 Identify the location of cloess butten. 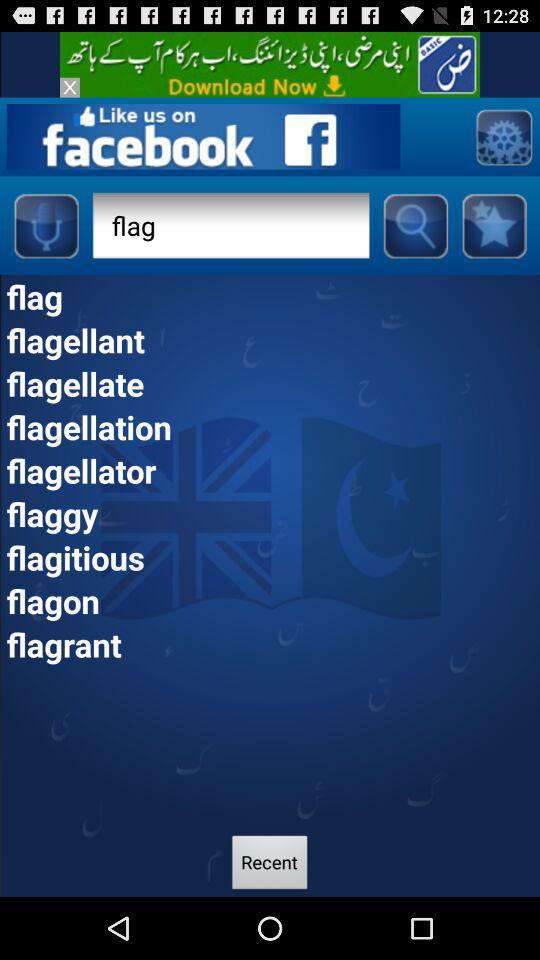
(68, 87).